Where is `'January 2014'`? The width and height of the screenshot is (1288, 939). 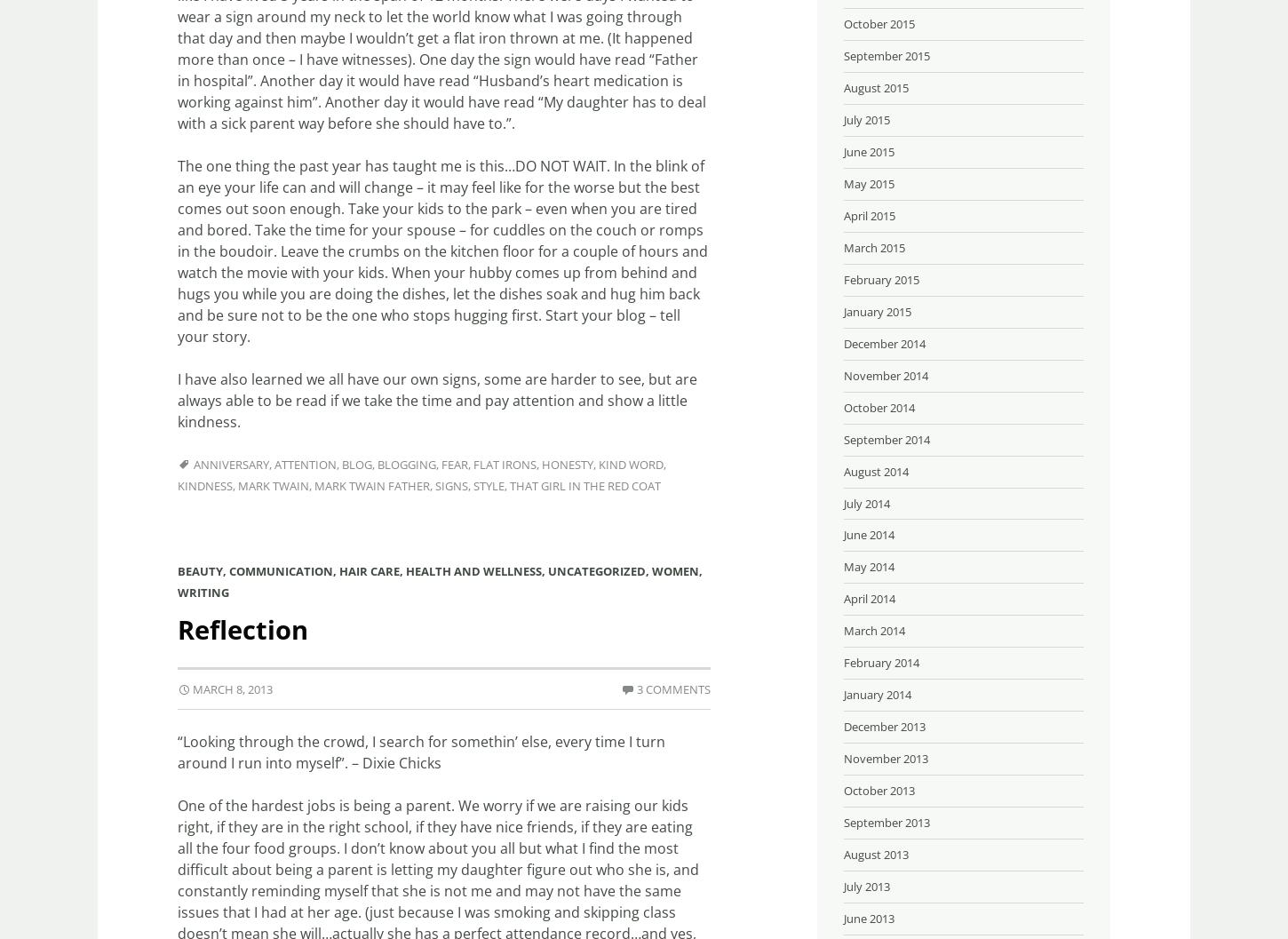 'January 2014' is located at coordinates (843, 694).